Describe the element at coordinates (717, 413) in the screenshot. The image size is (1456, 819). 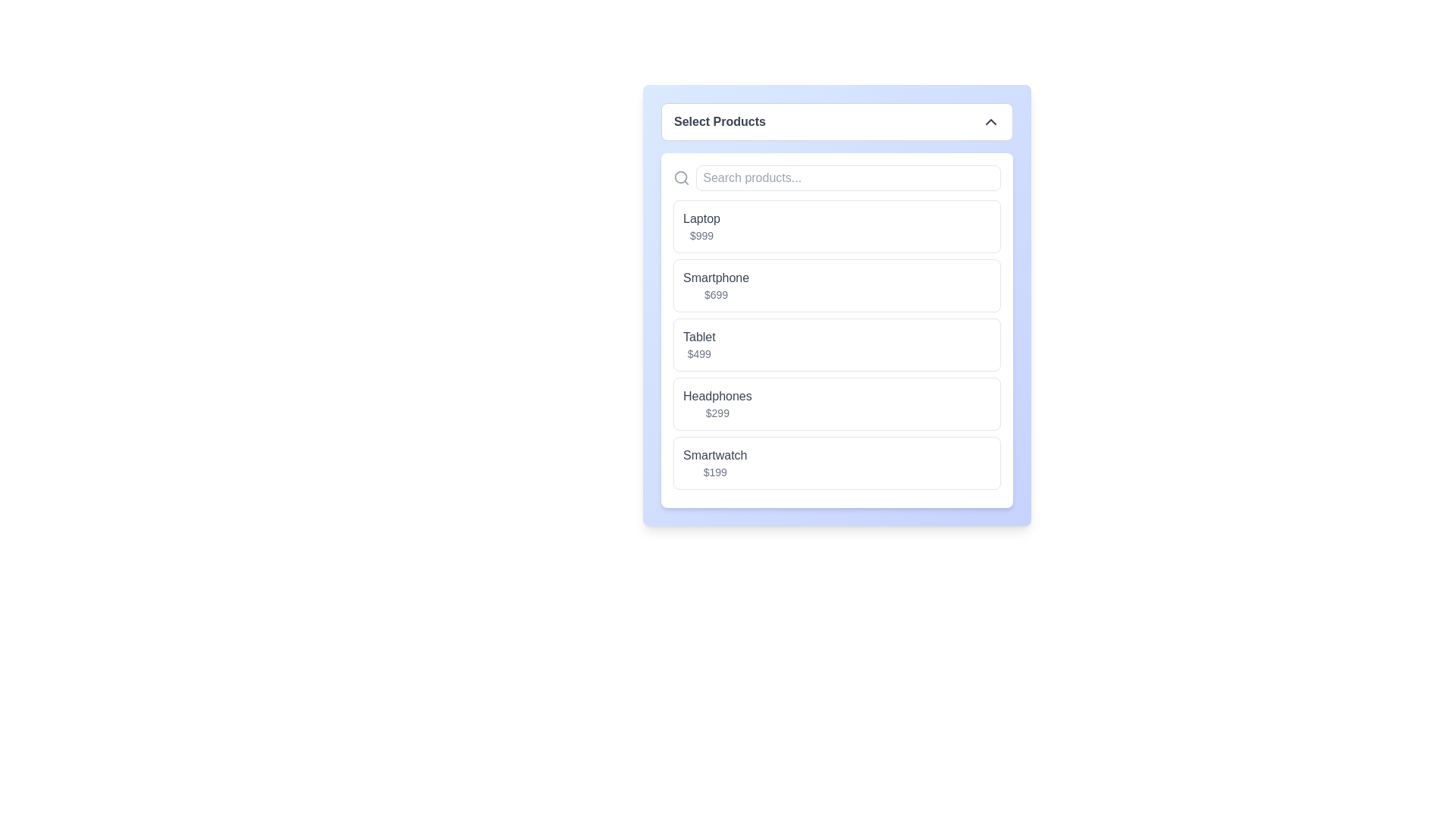
I see `the price displayed for the 'Headphones' product, which is the fourth item` at that location.